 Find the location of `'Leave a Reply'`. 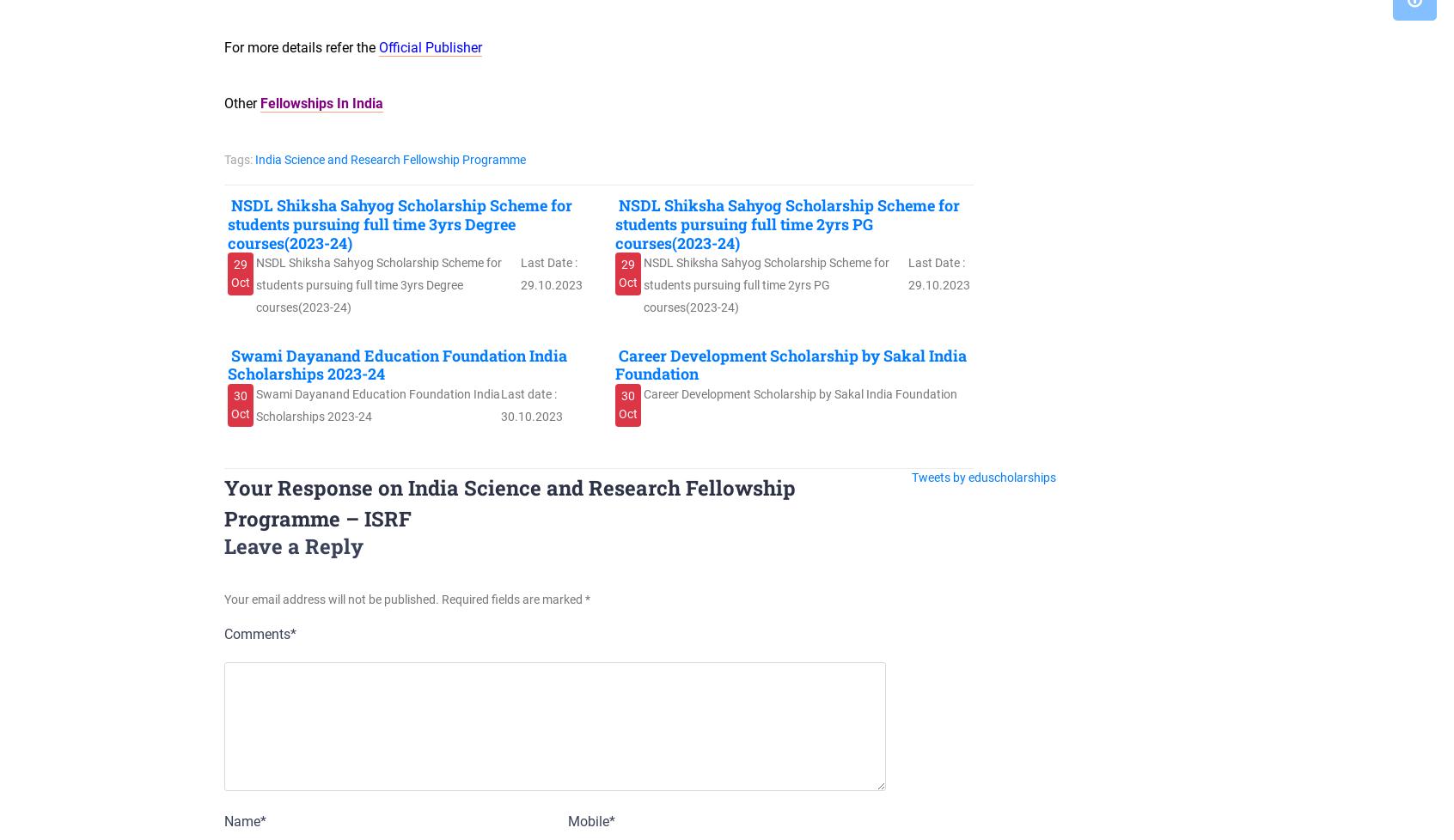

'Leave a Reply' is located at coordinates (292, 545).